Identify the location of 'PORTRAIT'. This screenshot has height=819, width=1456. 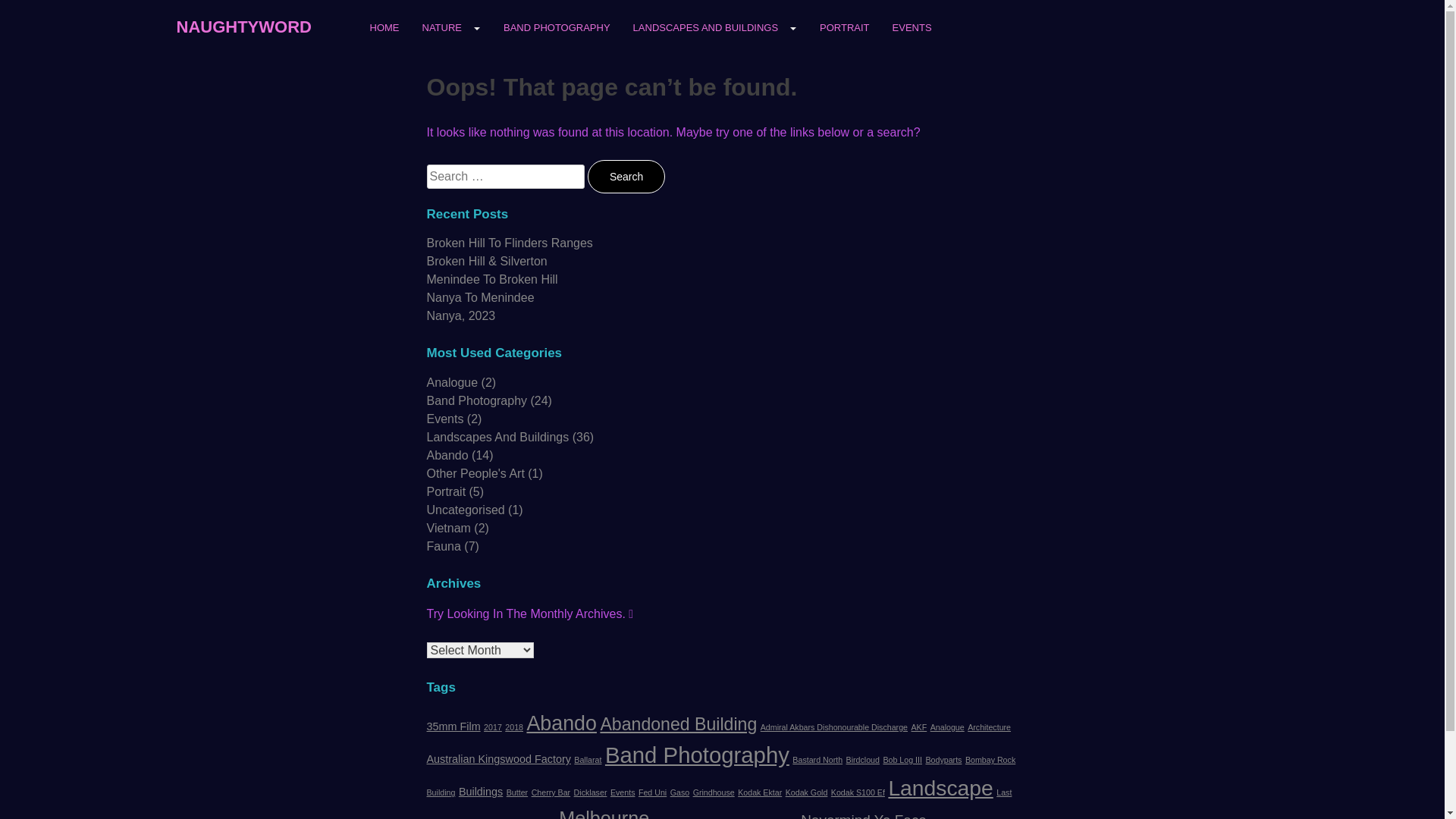
(843, 32).